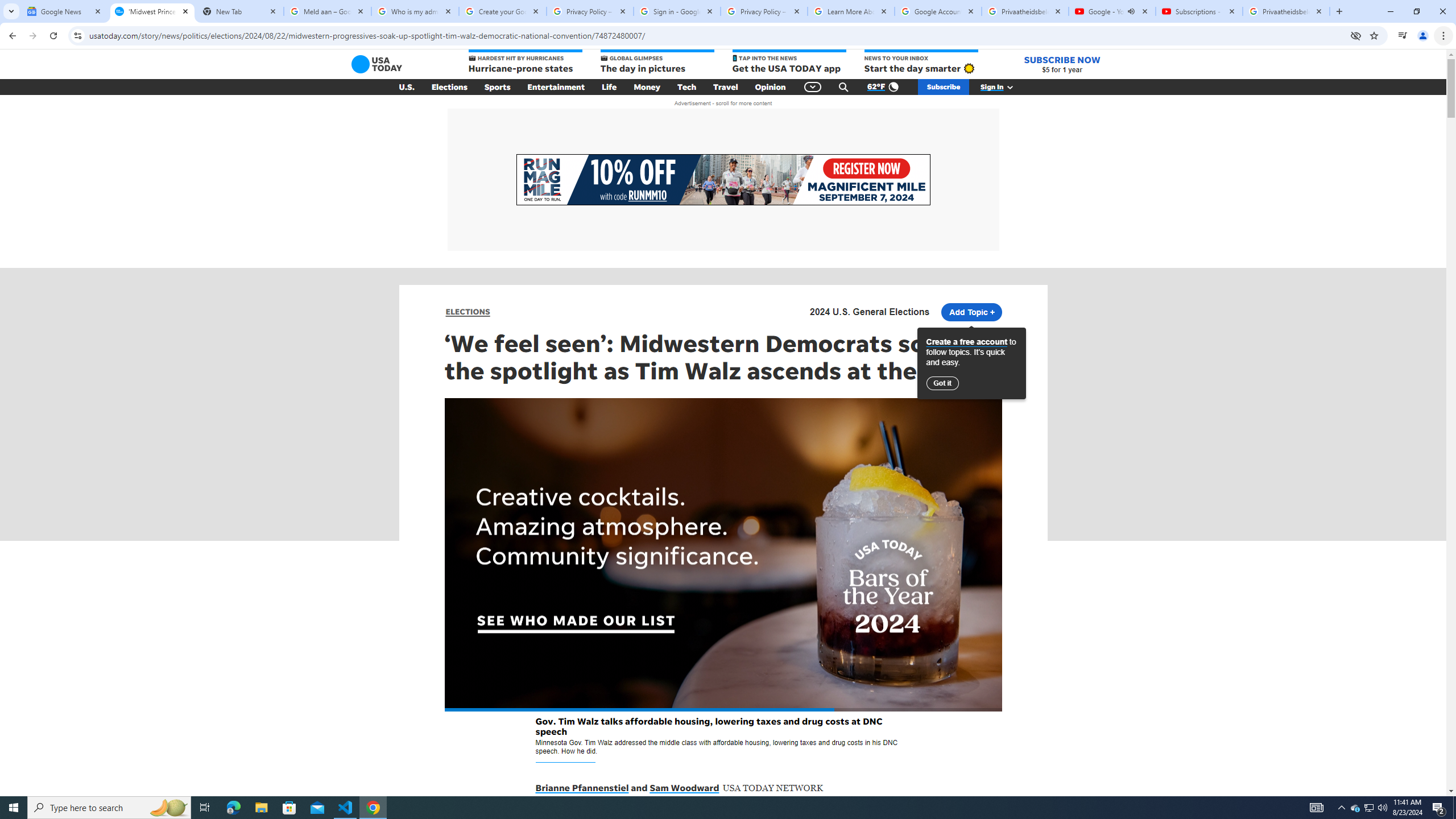 Image resolution: width=1456 pixels, height=819 pixels. Describe the element at coordinates (1356, 35) in the screenshot. I see `'Third-party cookies blocked'` at that location.